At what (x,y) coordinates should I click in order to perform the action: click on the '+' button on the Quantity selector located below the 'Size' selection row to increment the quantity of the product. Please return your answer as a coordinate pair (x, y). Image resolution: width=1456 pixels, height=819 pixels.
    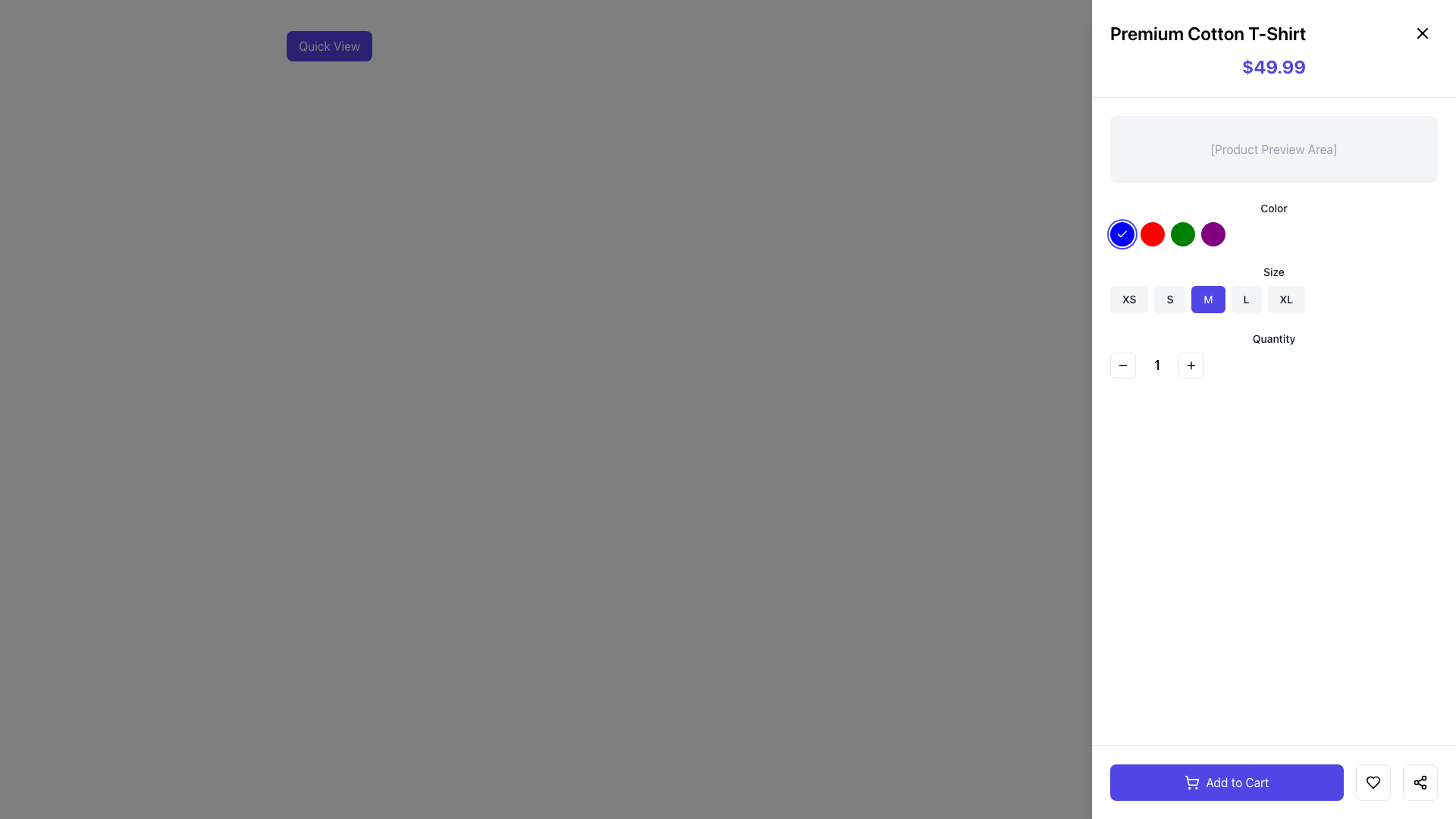
    Looking at the image, I should click on (1274, 354).